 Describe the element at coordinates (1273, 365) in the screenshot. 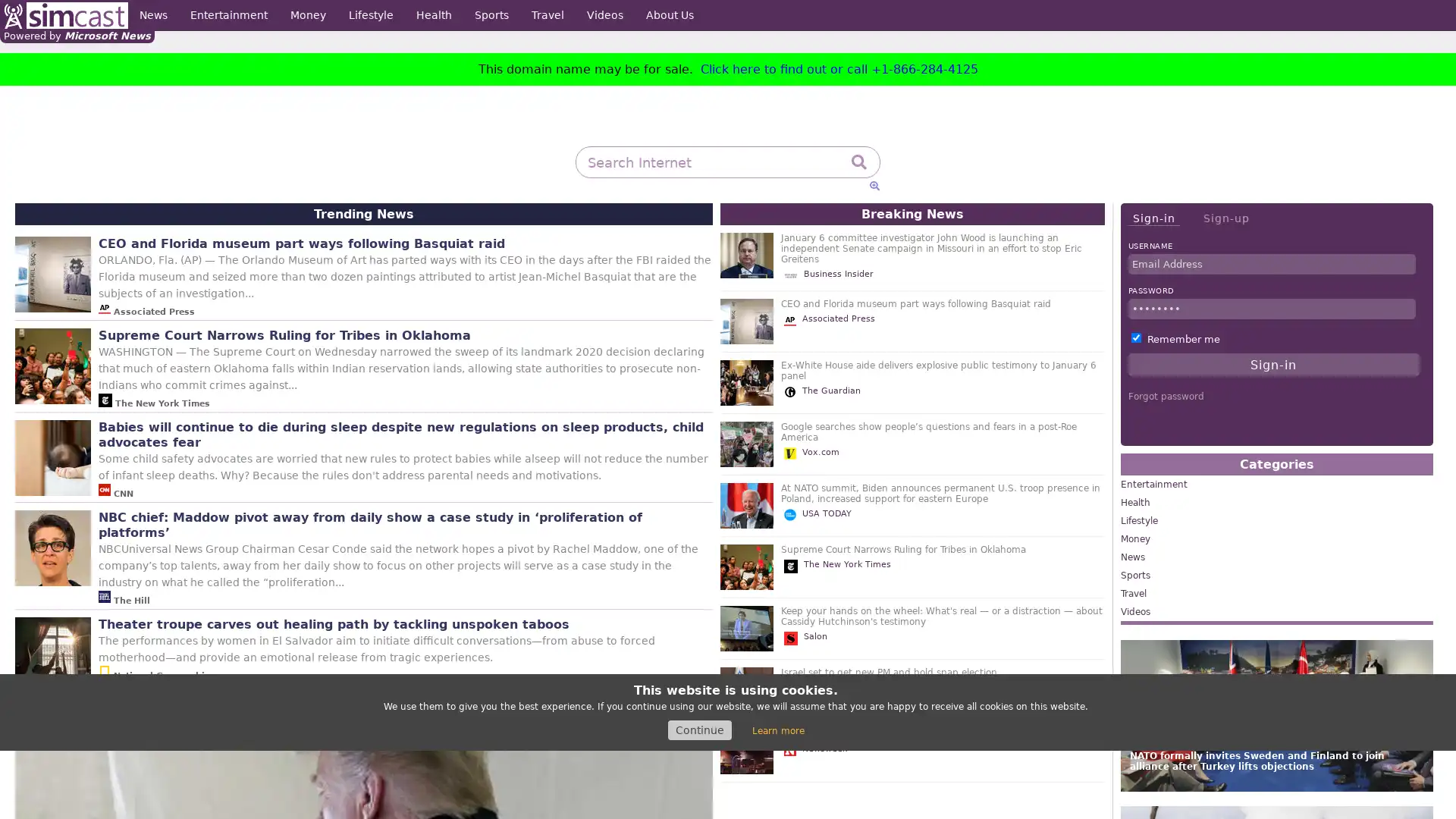

I see `Sign-in` at that location.